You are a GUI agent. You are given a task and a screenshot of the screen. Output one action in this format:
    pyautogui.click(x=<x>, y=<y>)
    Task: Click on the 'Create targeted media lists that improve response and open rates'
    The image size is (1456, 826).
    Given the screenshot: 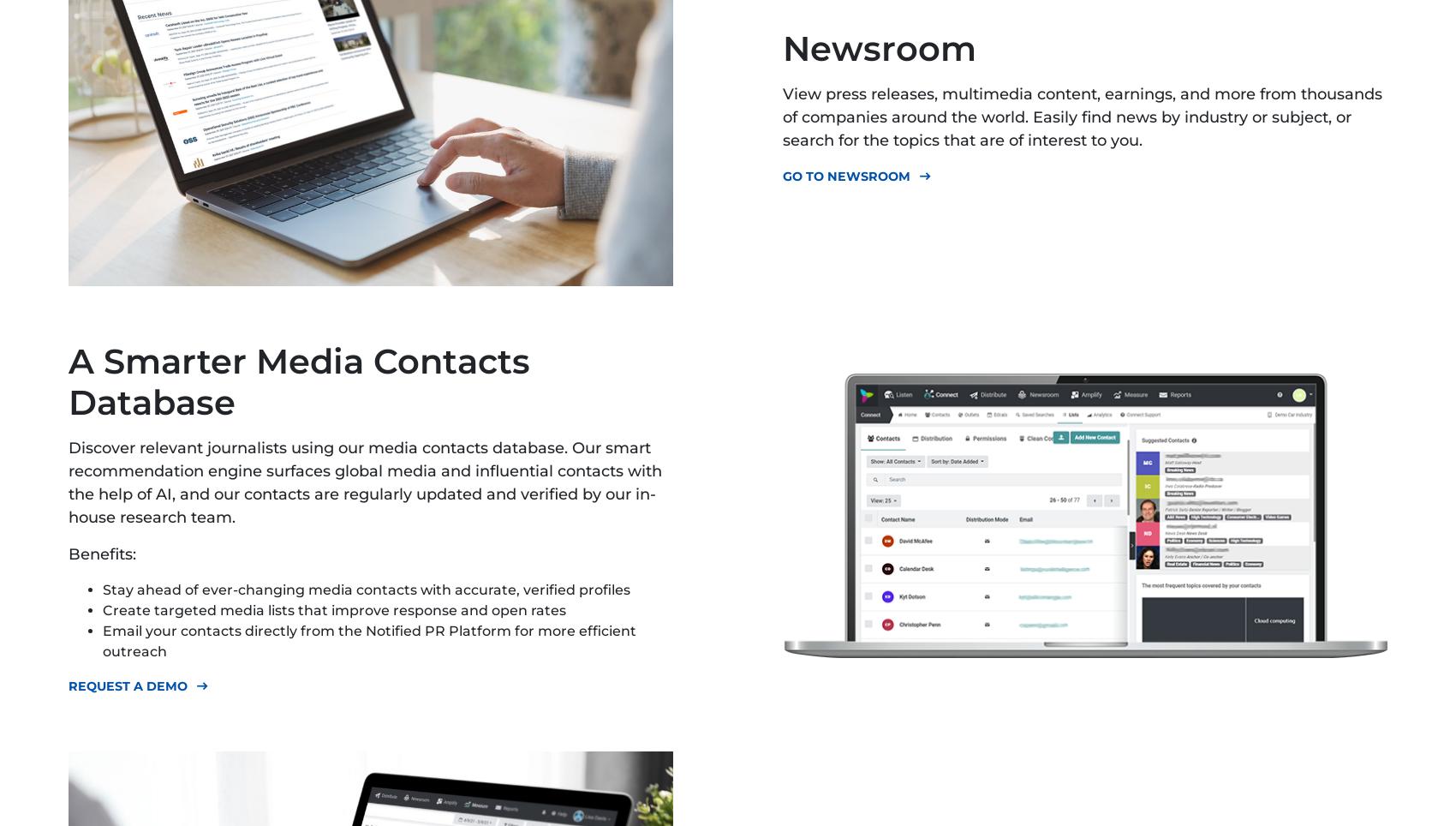 What is the action you would take?
    pyautogui.click(x=333, y=609)
    